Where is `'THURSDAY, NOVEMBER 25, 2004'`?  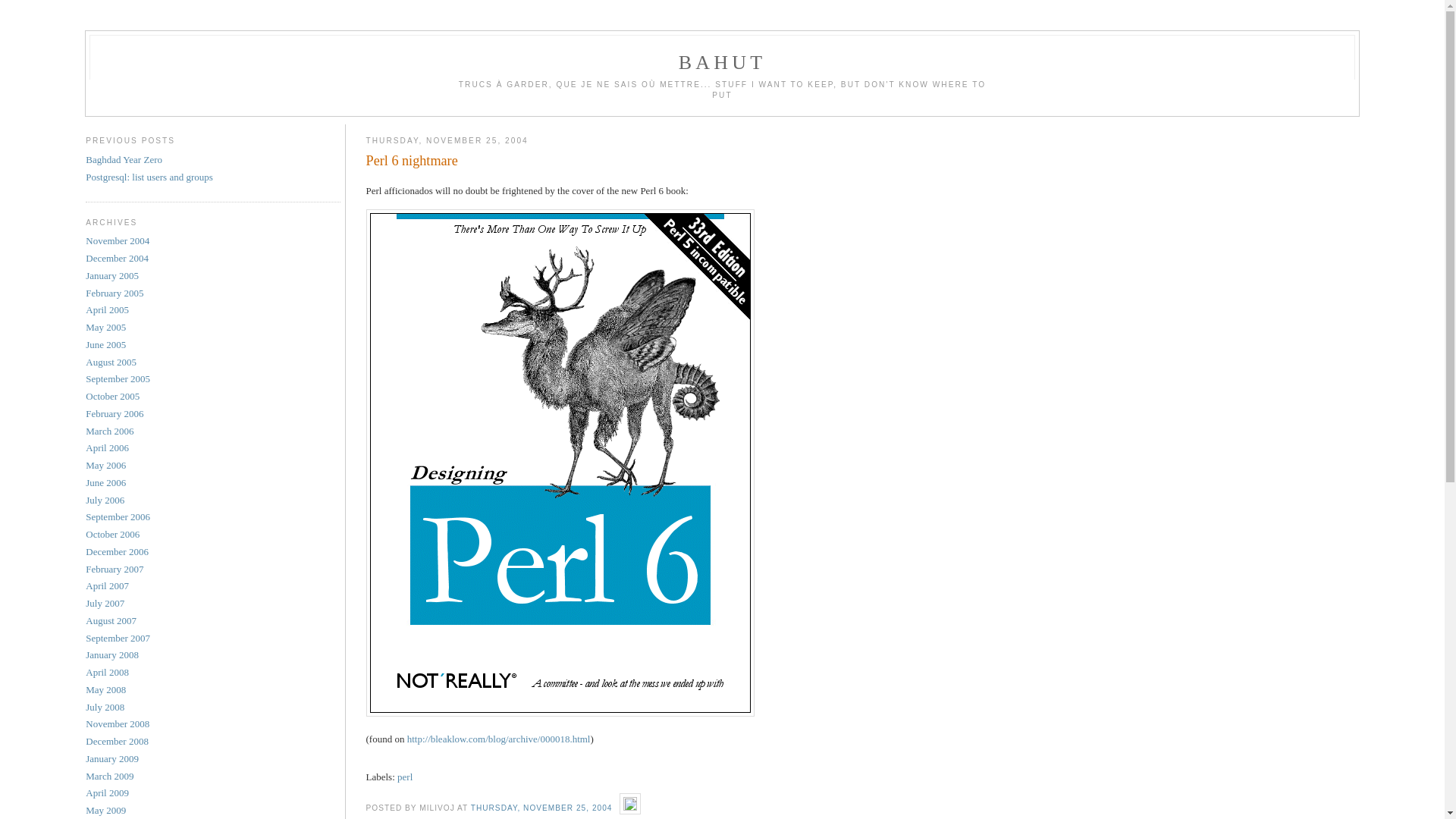
'THURSDAY, NOVEMBER 25, 2004' is located at coordinates (469, 807).